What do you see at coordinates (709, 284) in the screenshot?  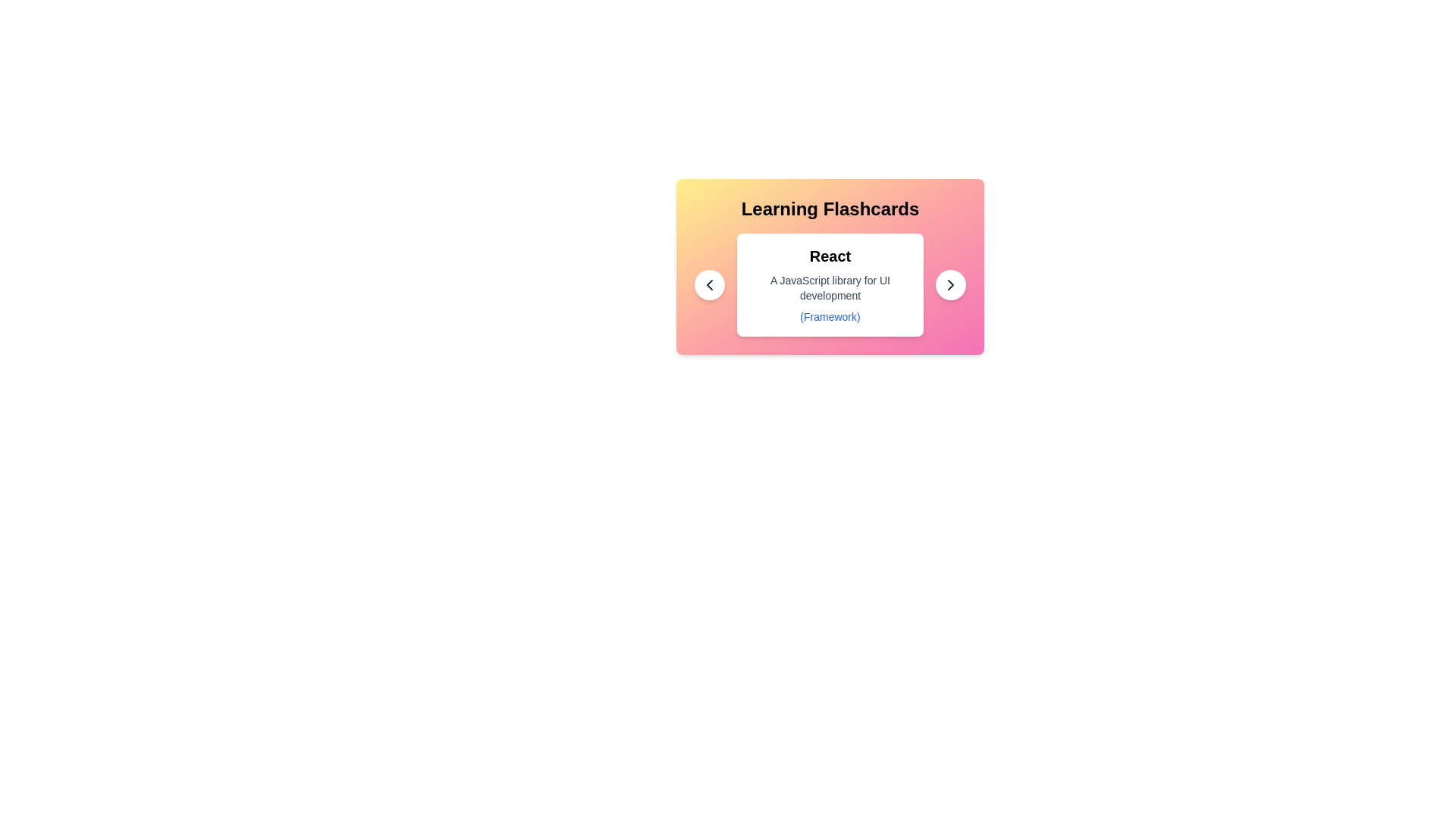 I see `the left arrow button to navigate to the previous flashcard` at bounding box center [709, 284].